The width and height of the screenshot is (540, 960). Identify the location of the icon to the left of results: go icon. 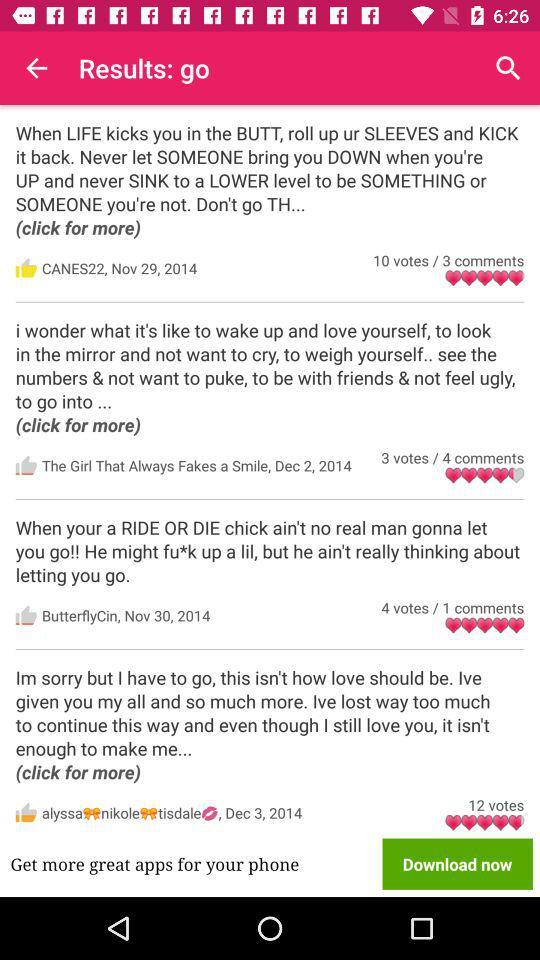
(36, 68).